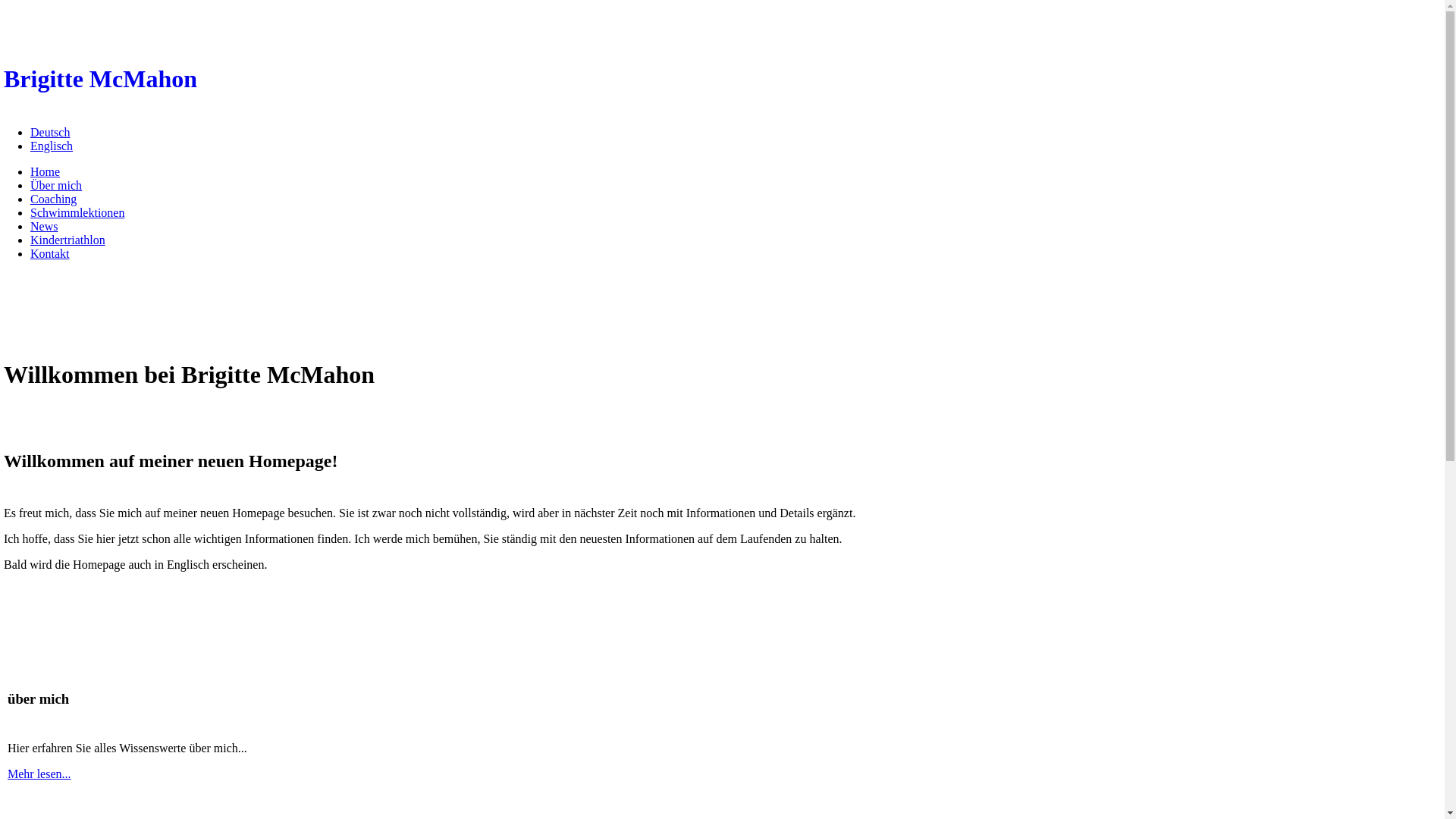  What do you see at coordinates (45, 171) in the screenshot?
I see `'Home'` at bounding box center [45, 171].